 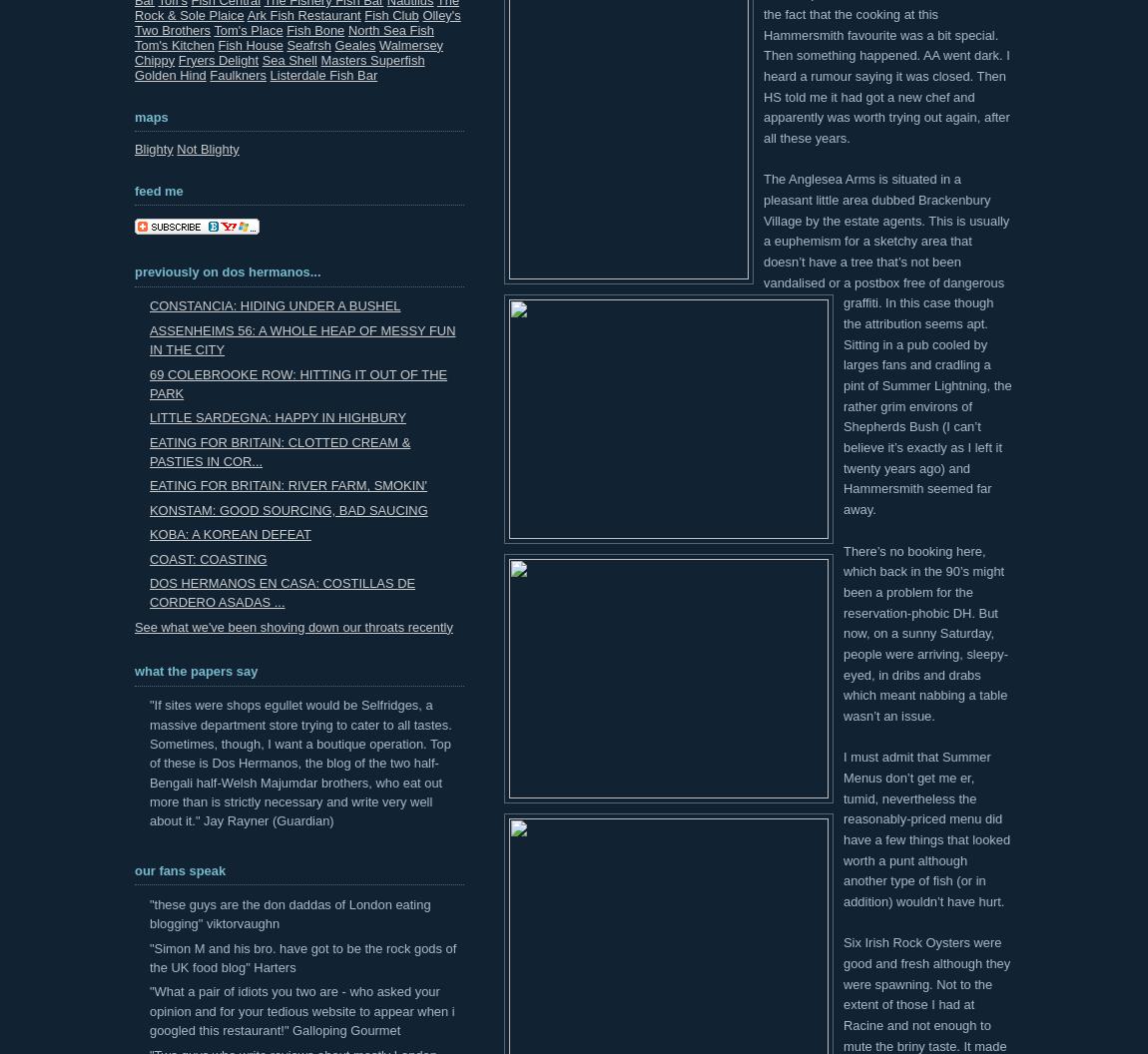 I want to click on 'Seafrsh', so click(x=308, y=44).